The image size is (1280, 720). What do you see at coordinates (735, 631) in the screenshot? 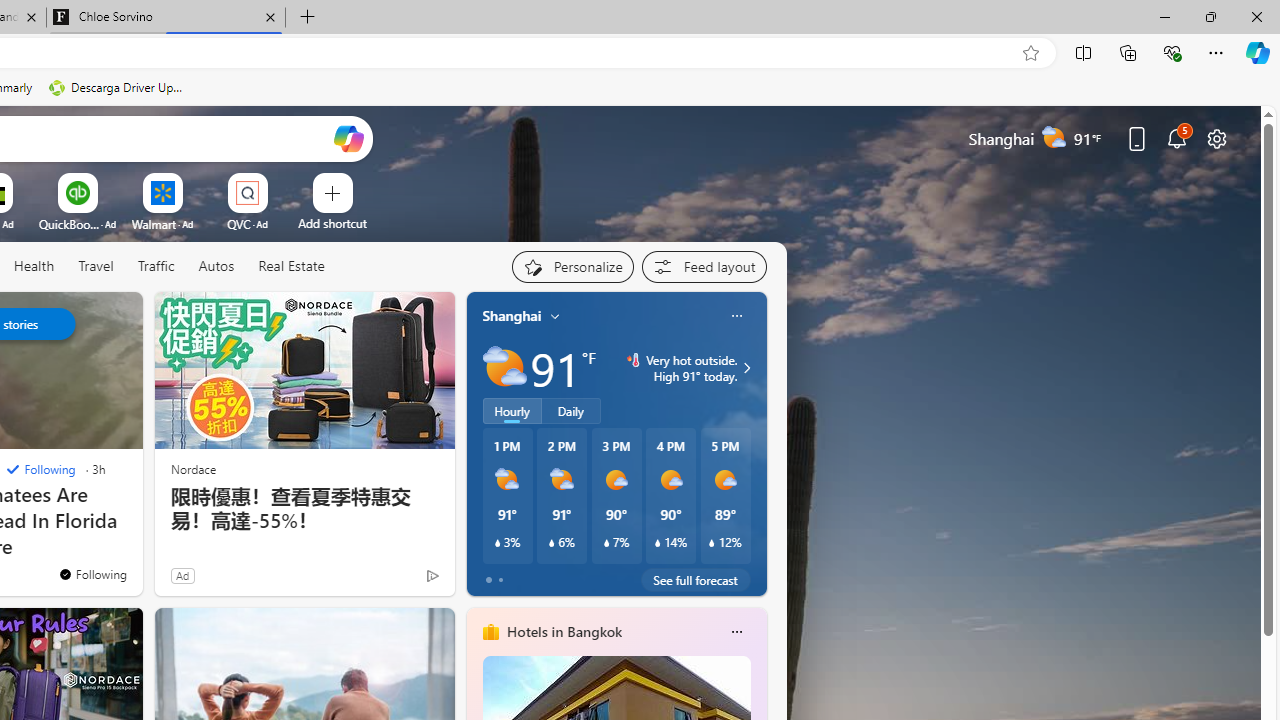
I see `'More options'` at bounding box center [735, 631].